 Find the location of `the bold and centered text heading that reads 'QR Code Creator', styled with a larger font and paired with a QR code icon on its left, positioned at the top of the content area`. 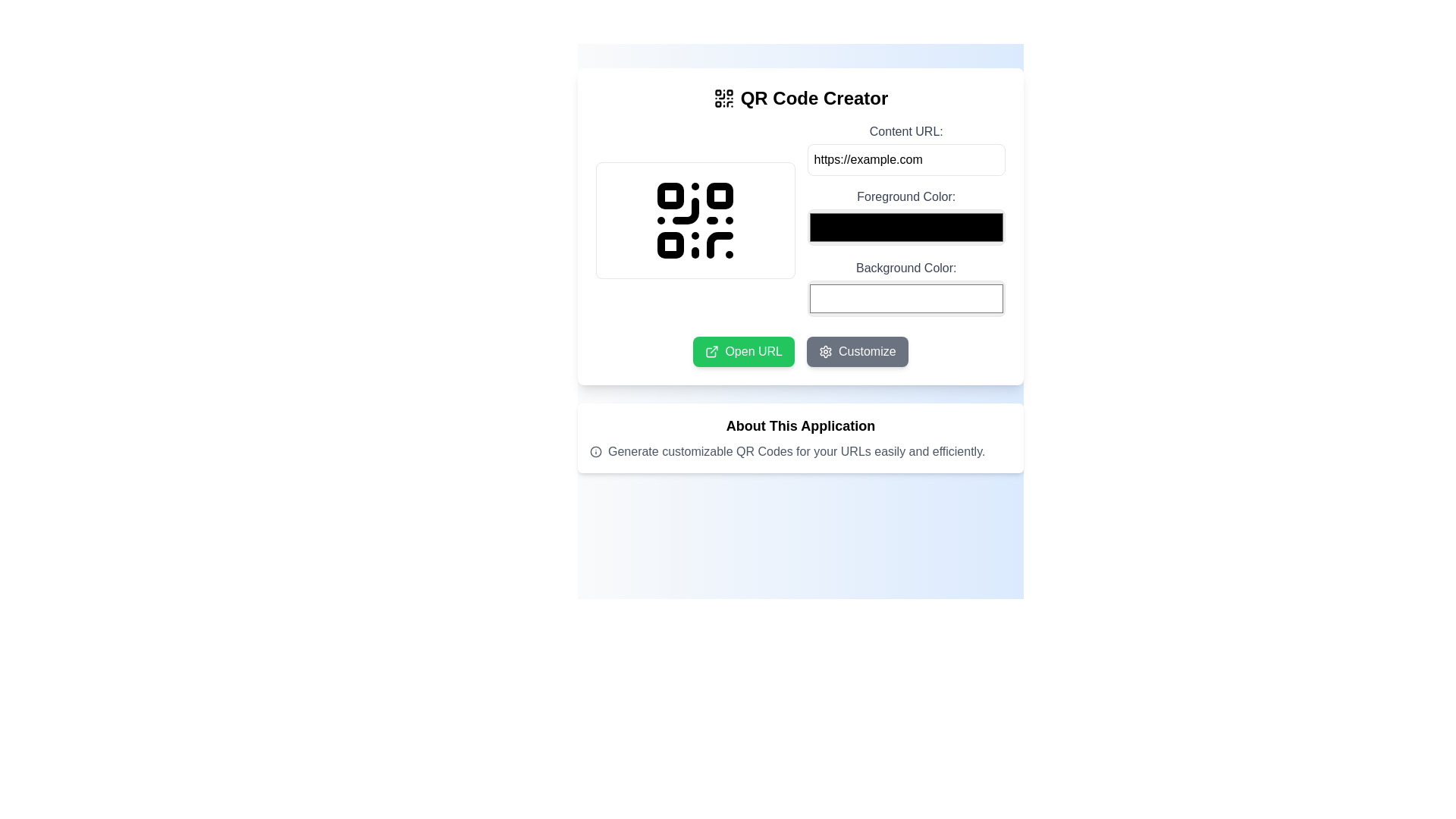

the bold and centered text heading that reads 'QR Code Creator', styled with a larger font and paired with a QR code icon on its left, positioned at the top of the content area is located at coordinates (800, 99).